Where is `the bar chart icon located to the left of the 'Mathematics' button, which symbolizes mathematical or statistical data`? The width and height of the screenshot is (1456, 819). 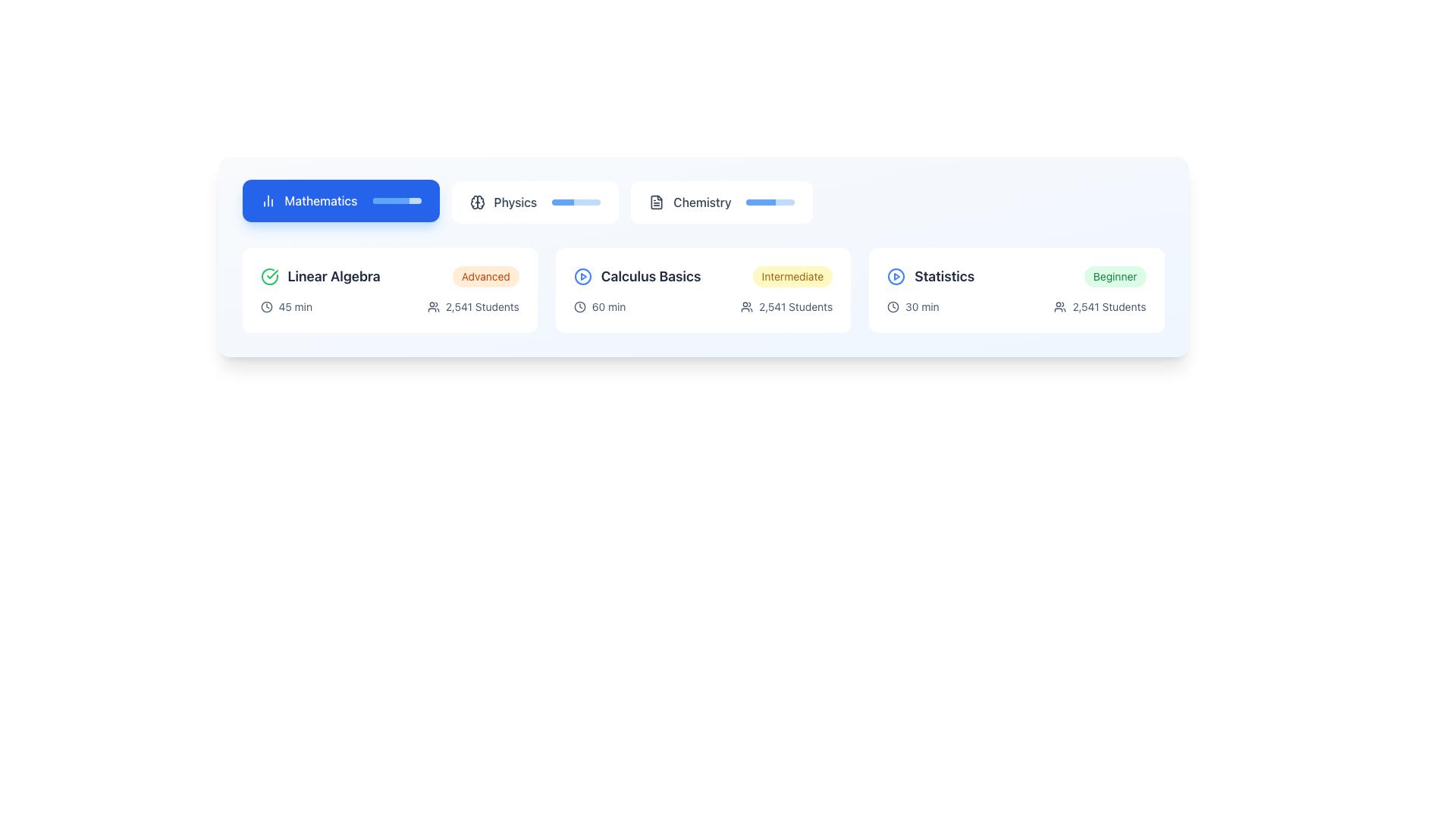
the bar chart icon located to the left of the 'Mathematics' button, which symbolizes mathematical or statistical data is located at coordinates (268, 200).